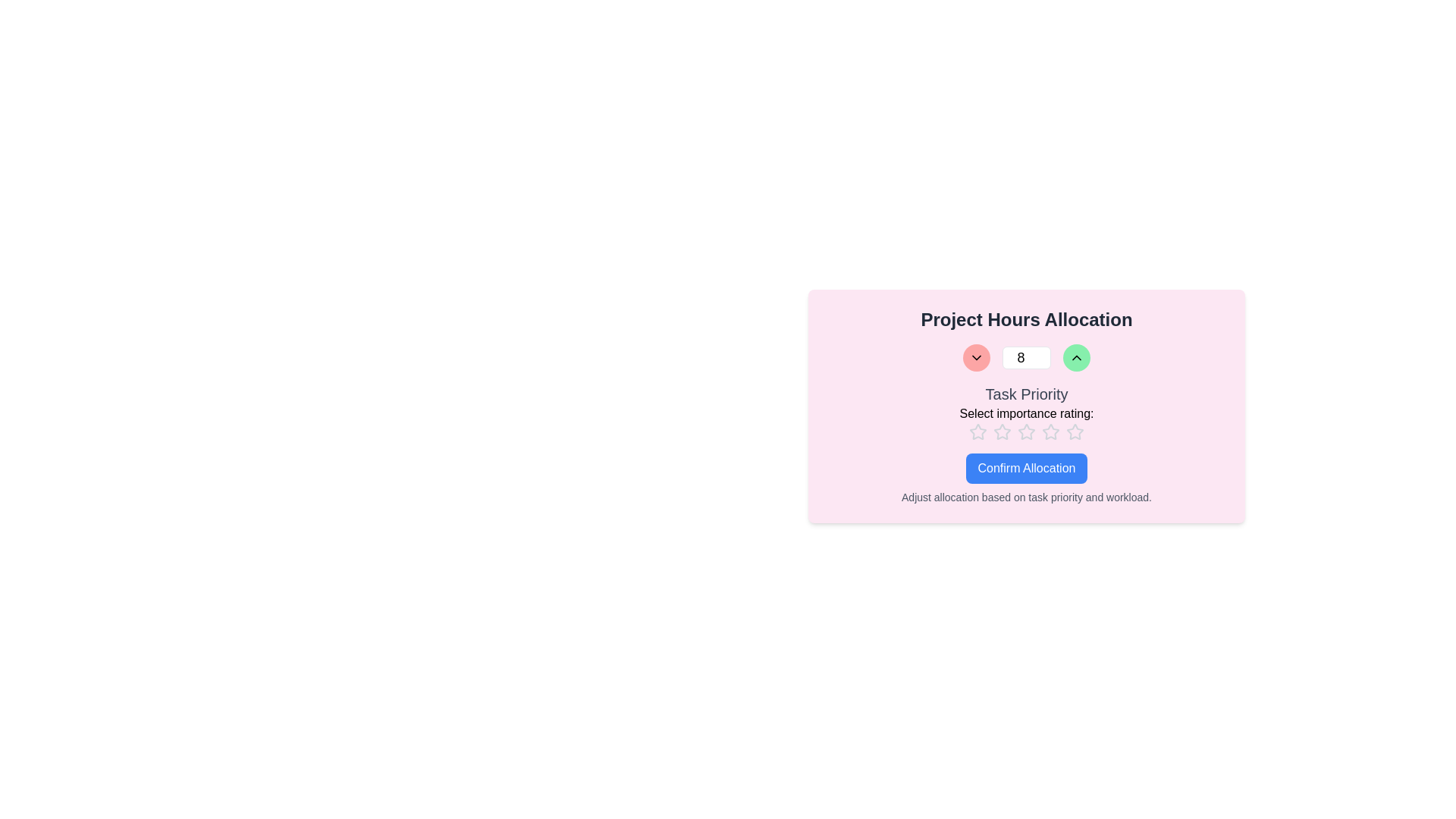  I want to click on the Increment button represented as an upward chevron icon, so click(1076, 357).